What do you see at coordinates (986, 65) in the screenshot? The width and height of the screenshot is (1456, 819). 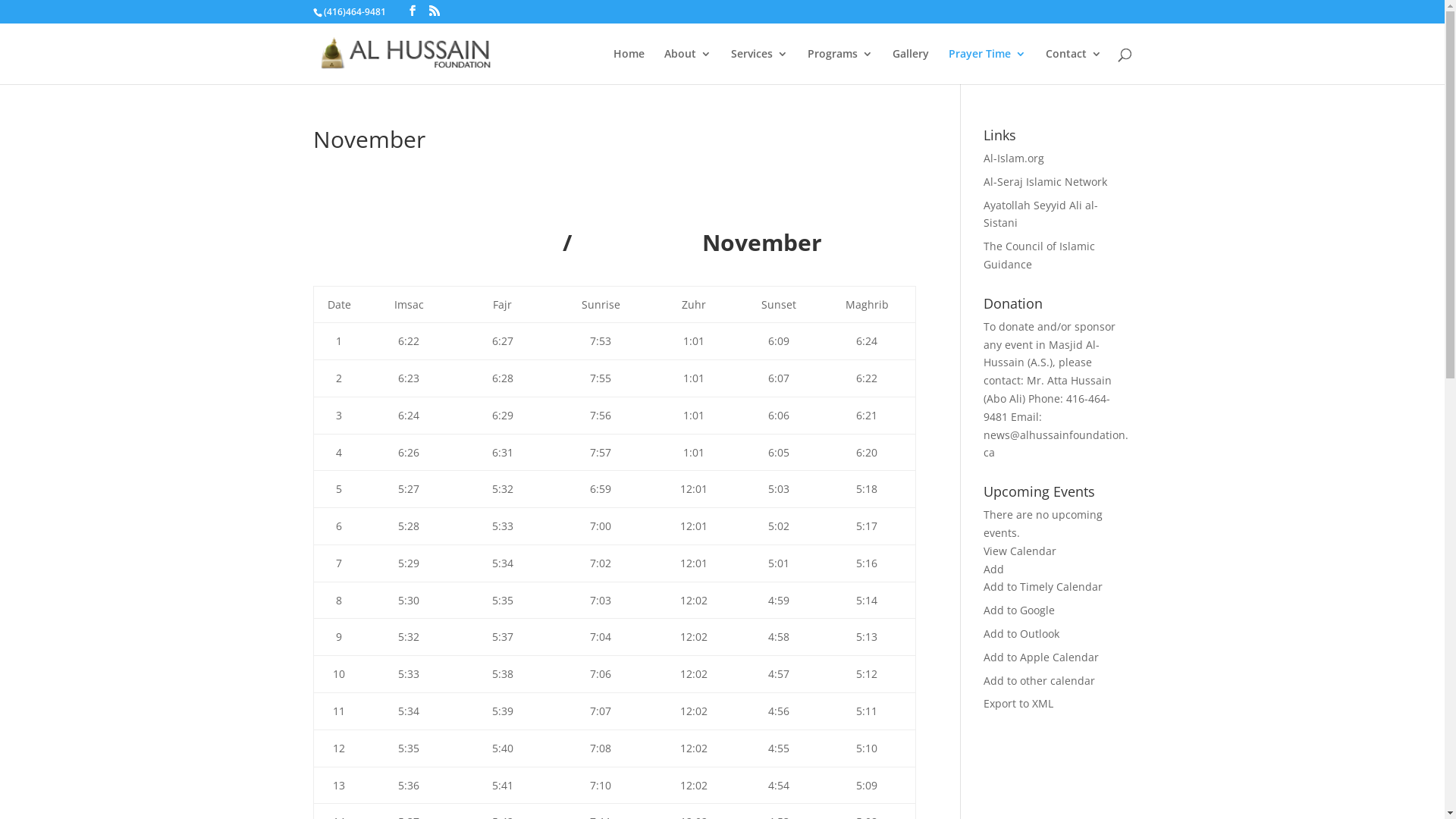 I see `'Prayer Time'` at bounding box center [986, 65].